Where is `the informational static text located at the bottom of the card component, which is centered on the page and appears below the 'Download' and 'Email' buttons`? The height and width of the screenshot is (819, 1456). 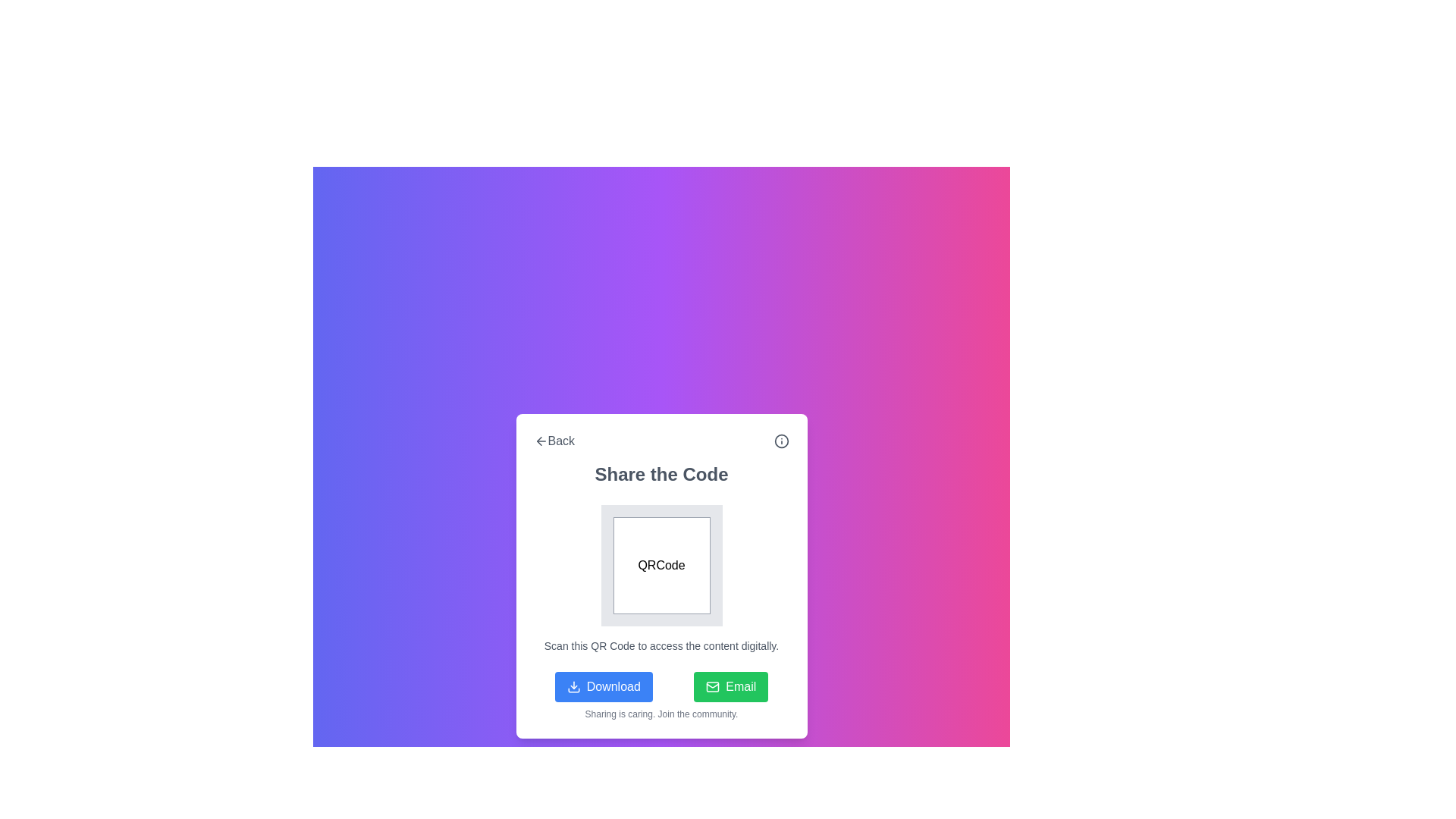
the informational static text located at the bottom of the card component, which is centered on the page and appears below the 'Download' and 'Email' buttons is located at coordinates (661, 714).